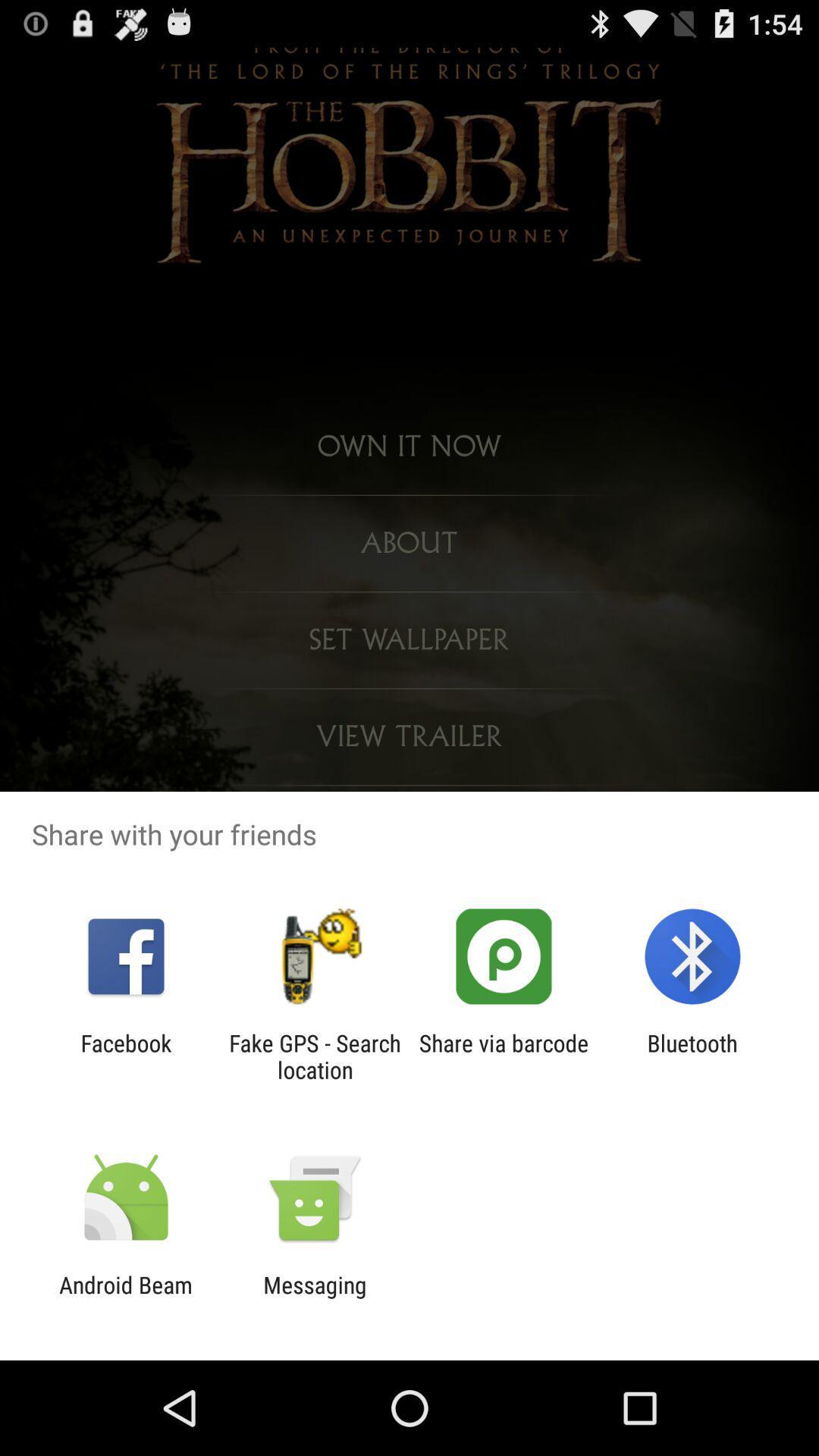  Describe the element at coordinates (692, 1056) in the screenshot. I see `the app next to share via barcode app` at that location.